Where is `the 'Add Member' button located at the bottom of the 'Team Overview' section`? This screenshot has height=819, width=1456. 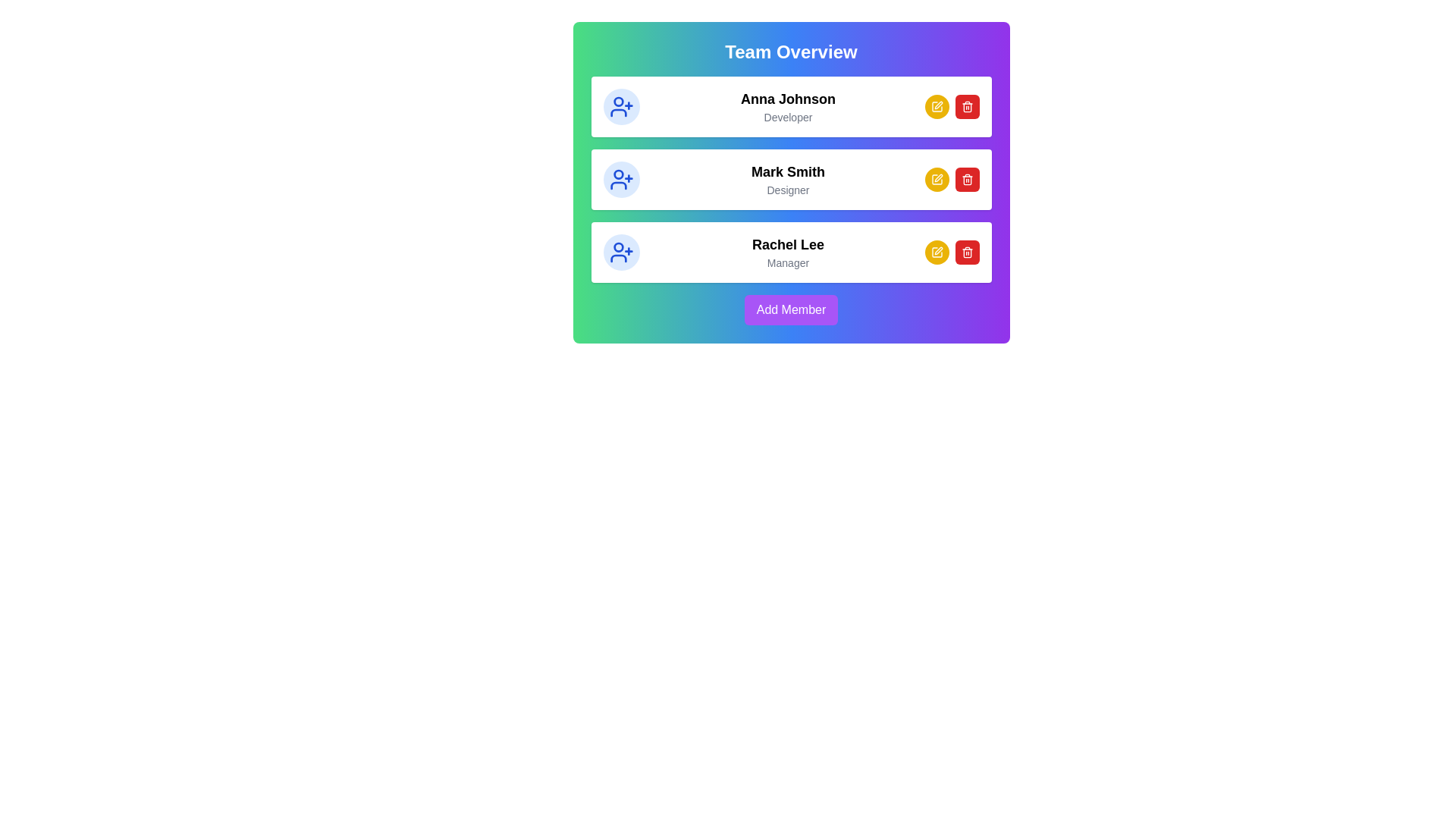
the 'Add Member' button located at the bottom of the 'Team Overview' section is located at coordinates (790, 309).